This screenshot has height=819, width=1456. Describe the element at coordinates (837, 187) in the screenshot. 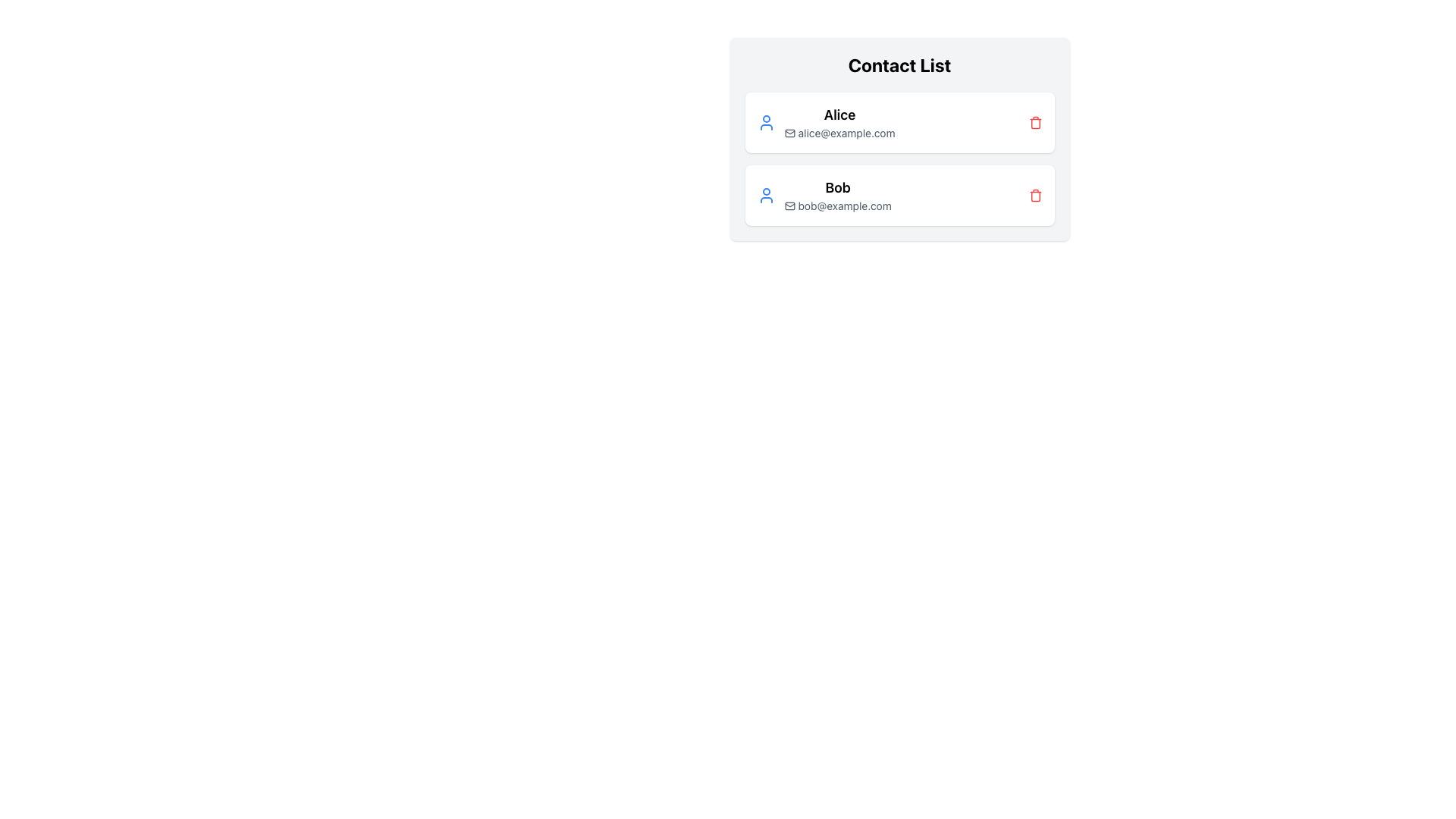

I see `the static text label that serves as the name for the contact entry in the contact list, positioned above the email address 'bob@example.com'` at that location.